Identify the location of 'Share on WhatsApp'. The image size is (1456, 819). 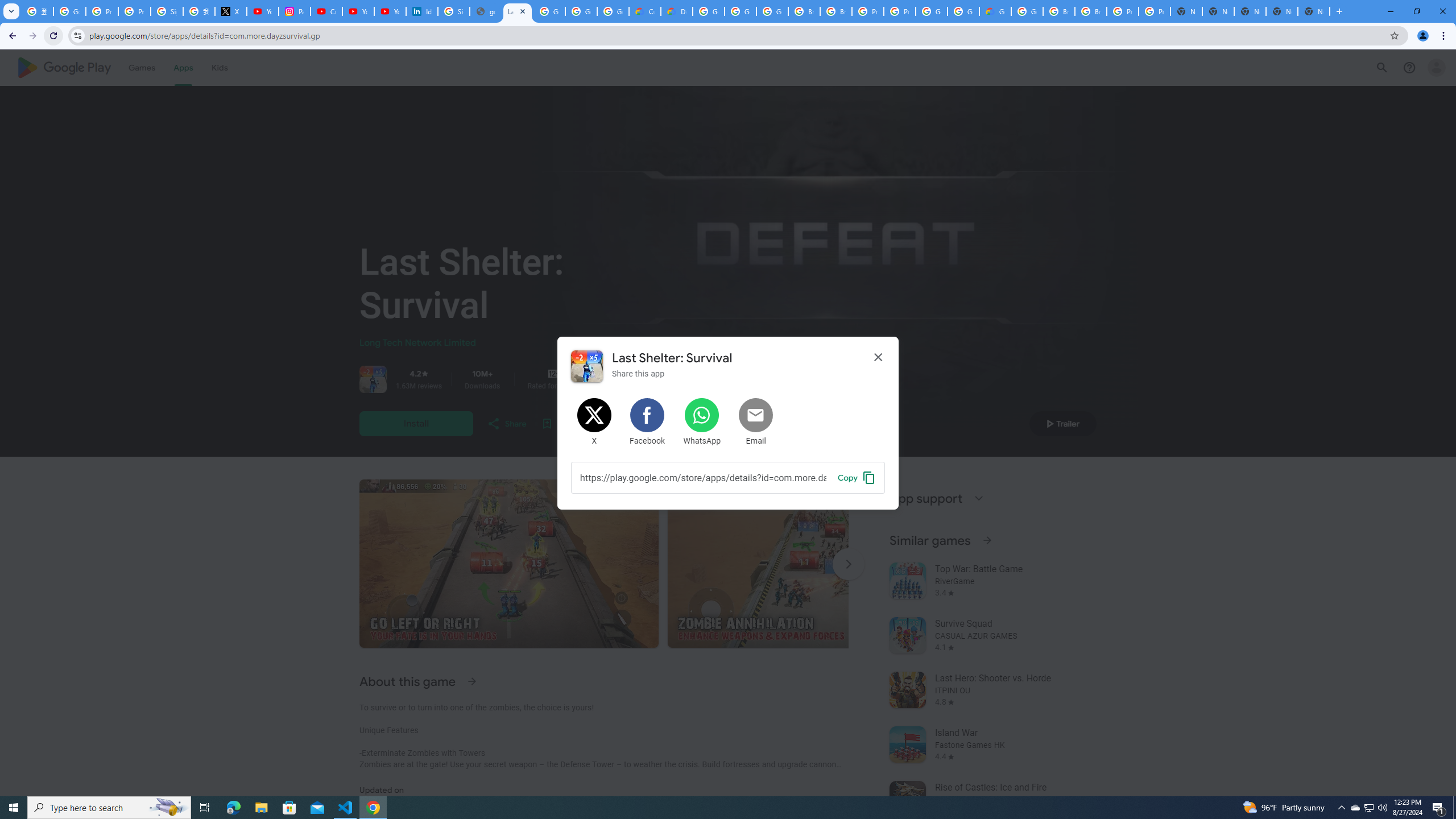
(701, 422).